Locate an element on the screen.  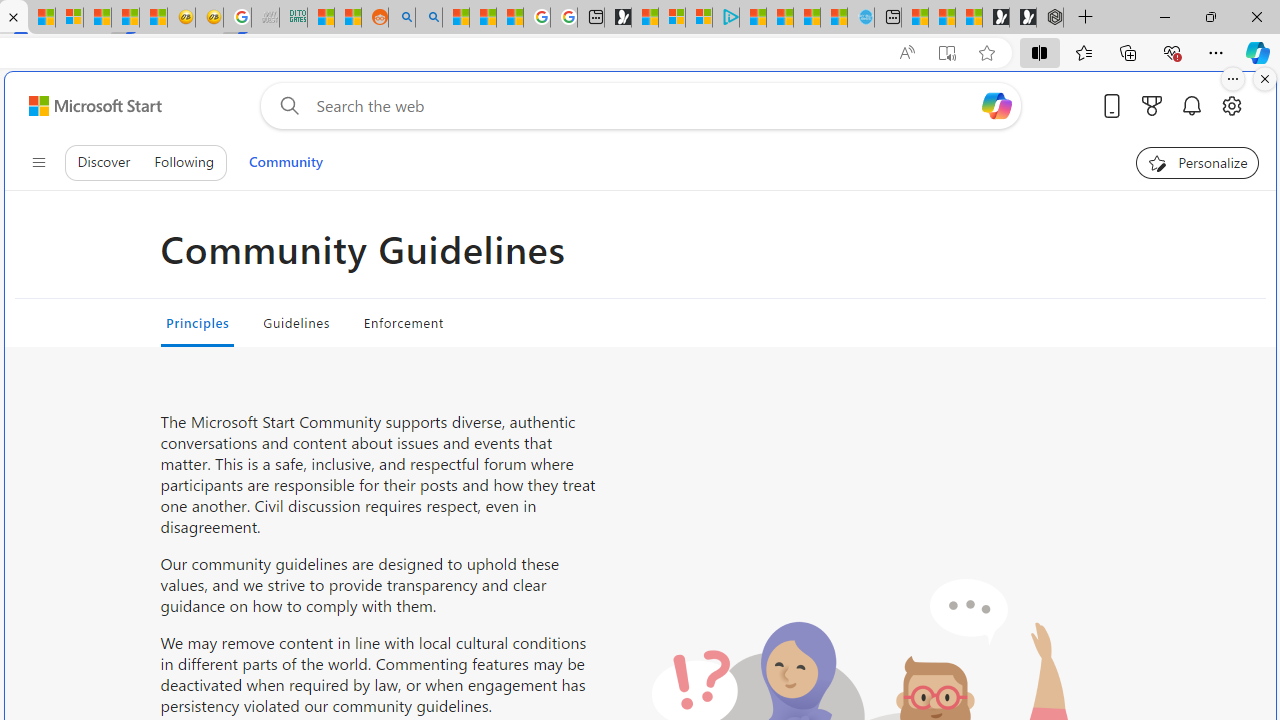
'More options.' is located at coordinates (1232, 78).